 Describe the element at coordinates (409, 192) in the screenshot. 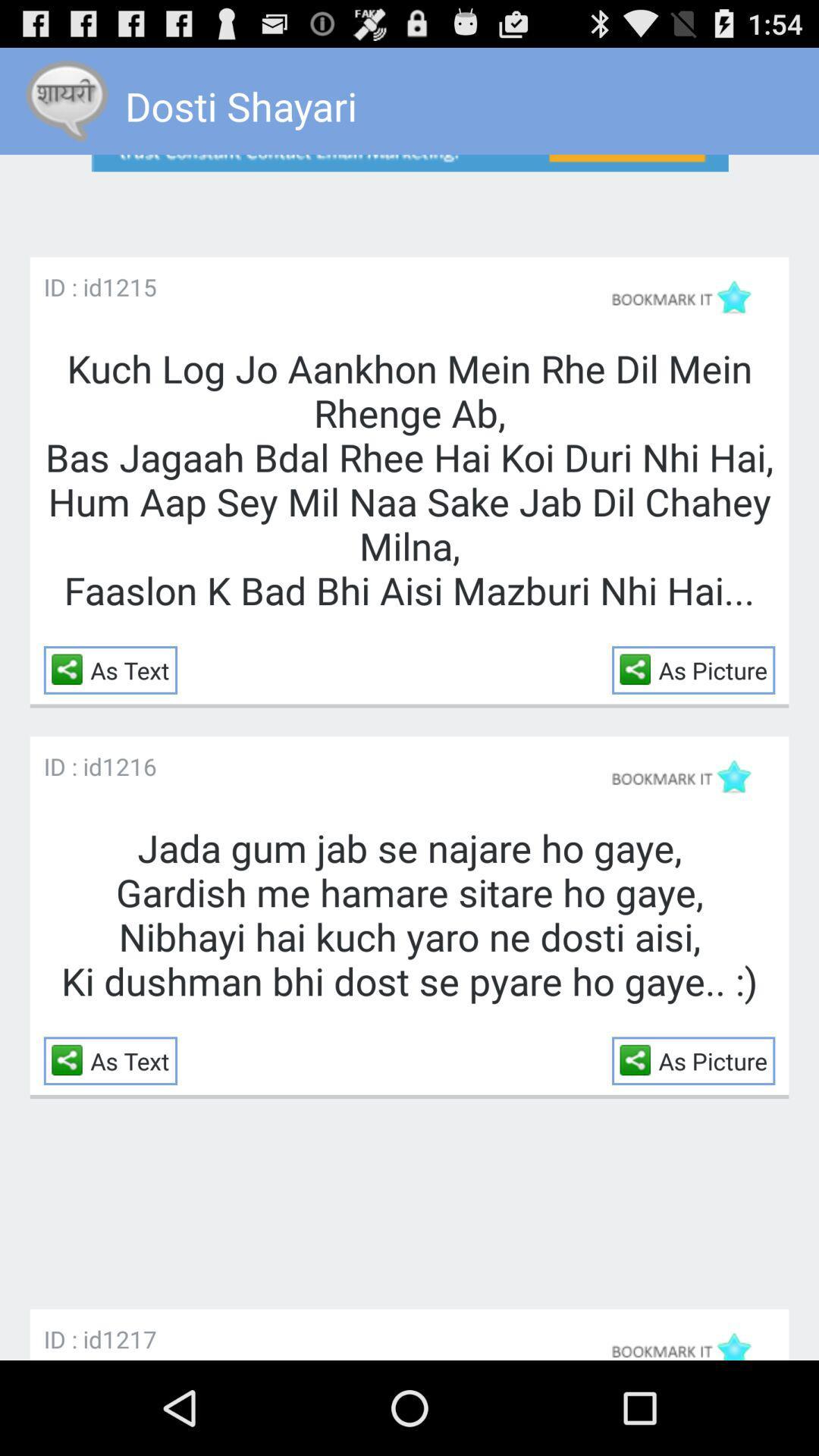

I see `open the advertisement` at that location.